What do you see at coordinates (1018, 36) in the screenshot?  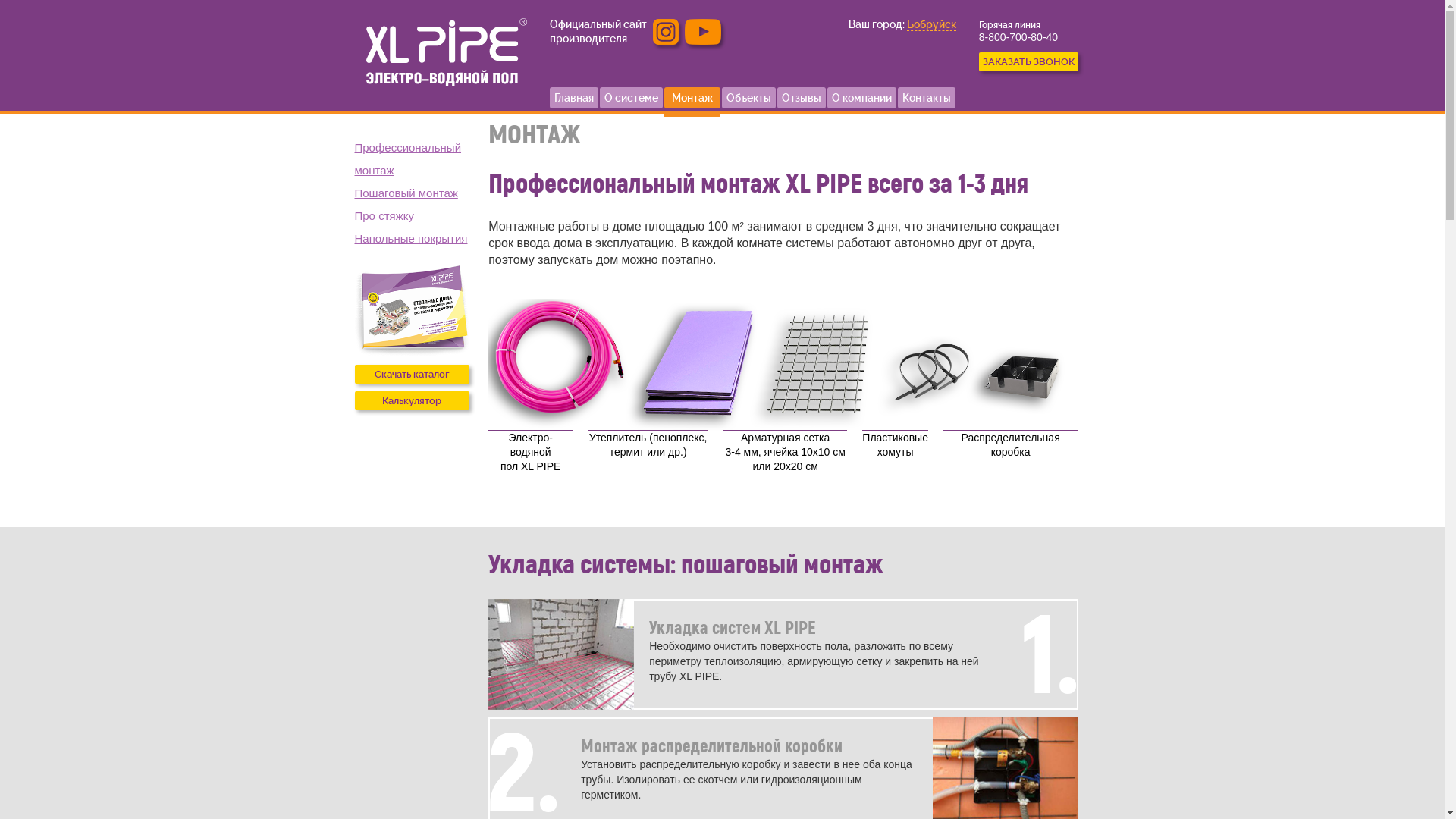 I see `'8-800-700-80-40'` at bounding box center [1018, 36].